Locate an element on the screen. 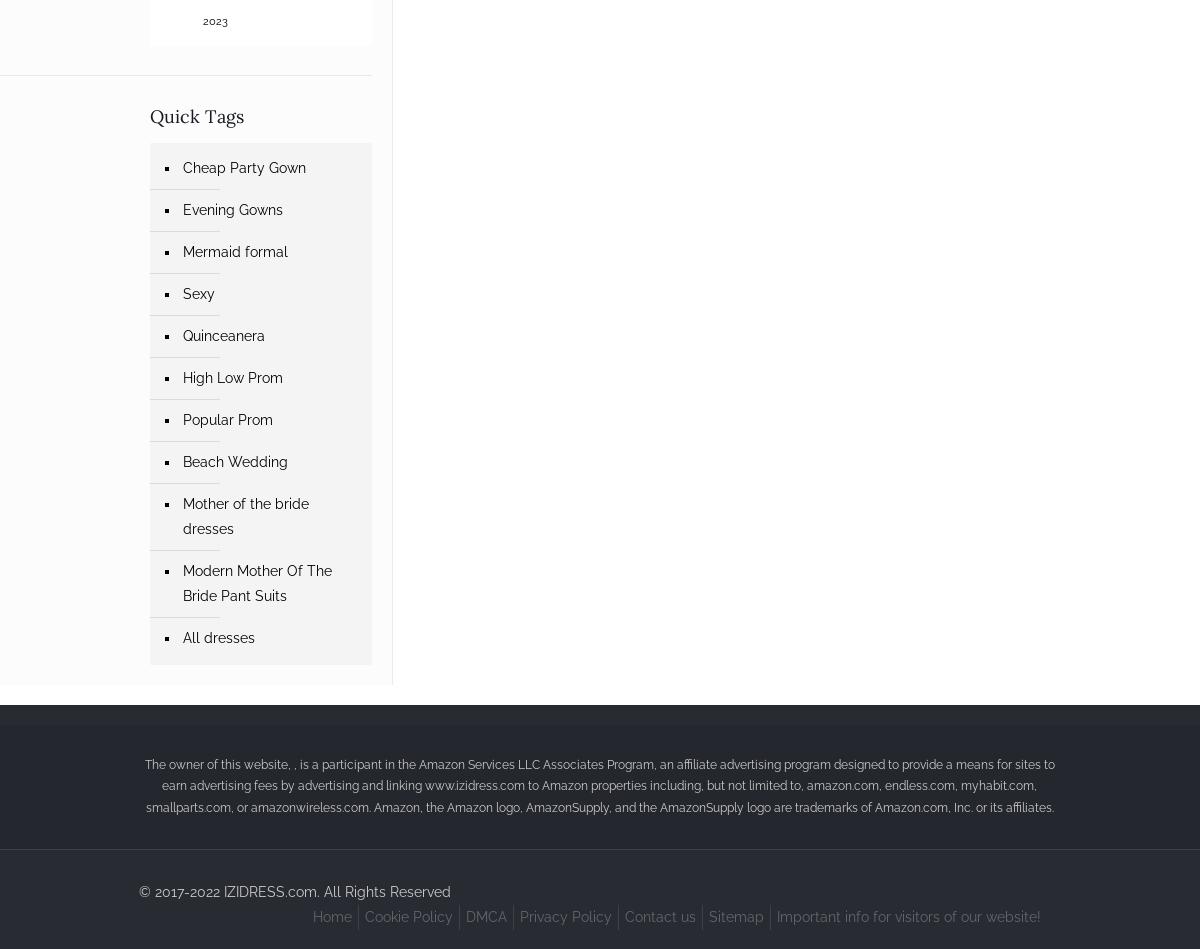 The width and height of the screenshot is (1200, 949). 'Modern Mother Of The Bride Pant Suits' is located at coordinates (256, 581).